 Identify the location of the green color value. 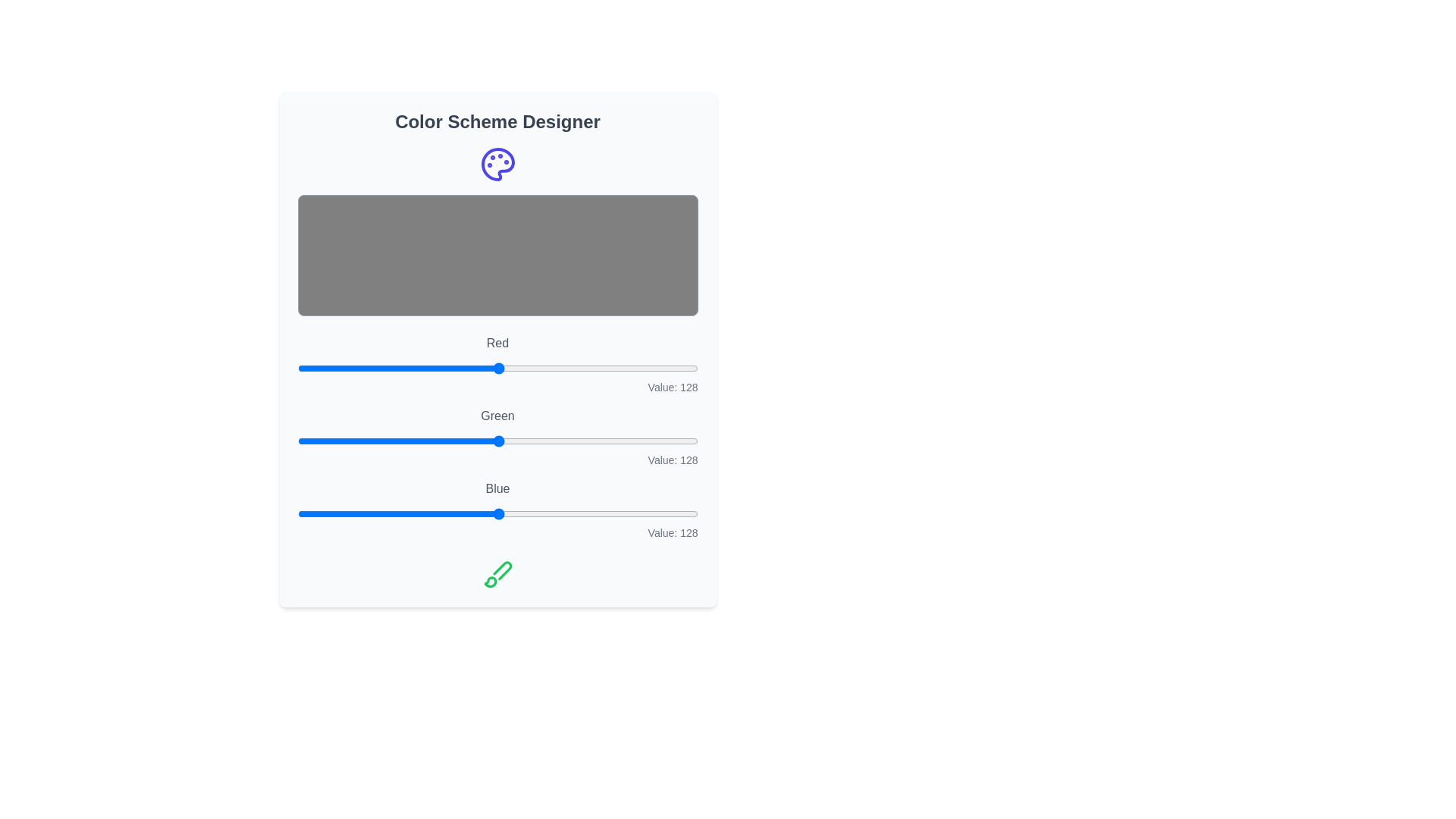
(608, 441).